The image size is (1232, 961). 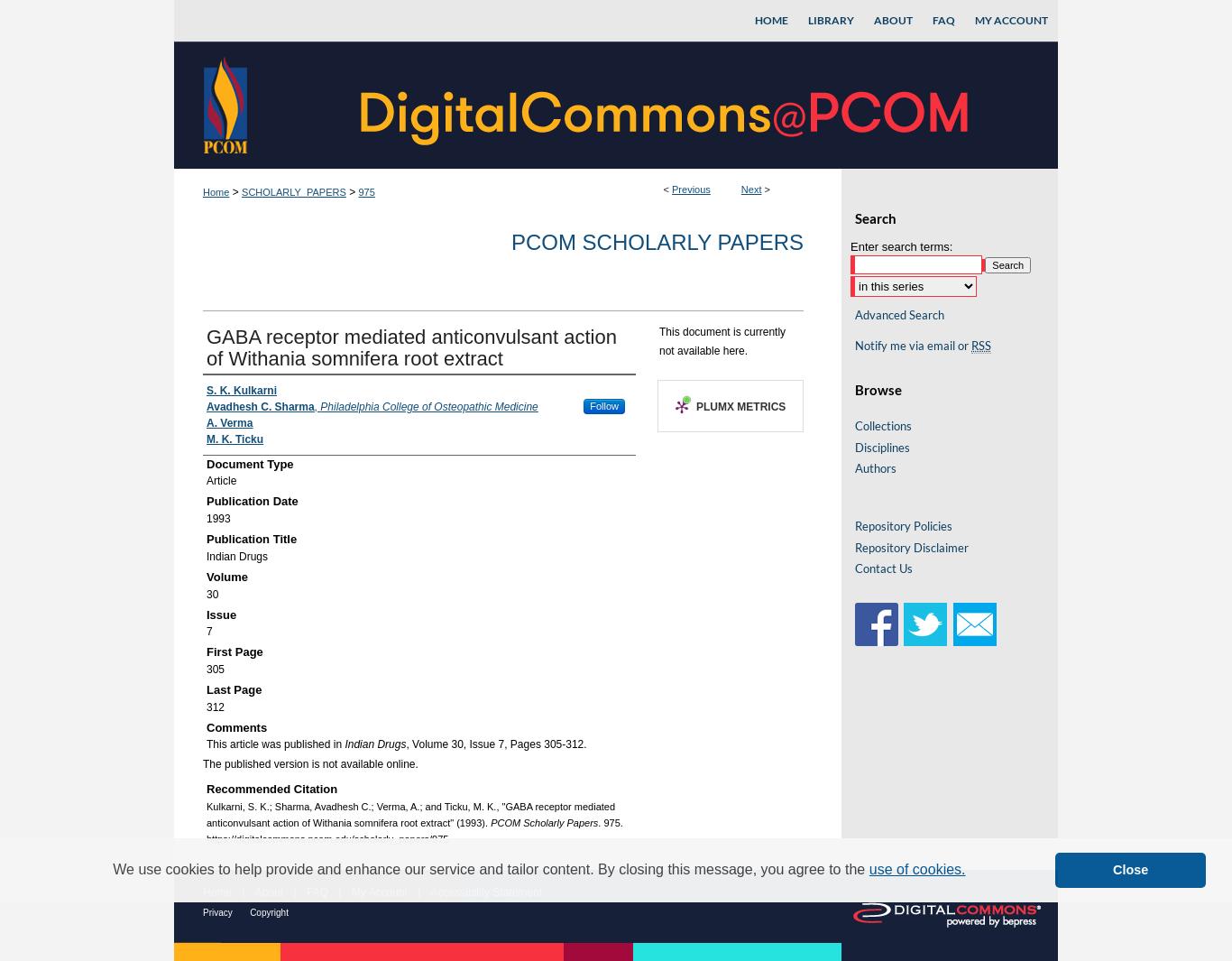 What do you see at coordinates (234, 437) in the screenshot?
I see `'M. K. Ticku'` at bounding box center [234, 437].